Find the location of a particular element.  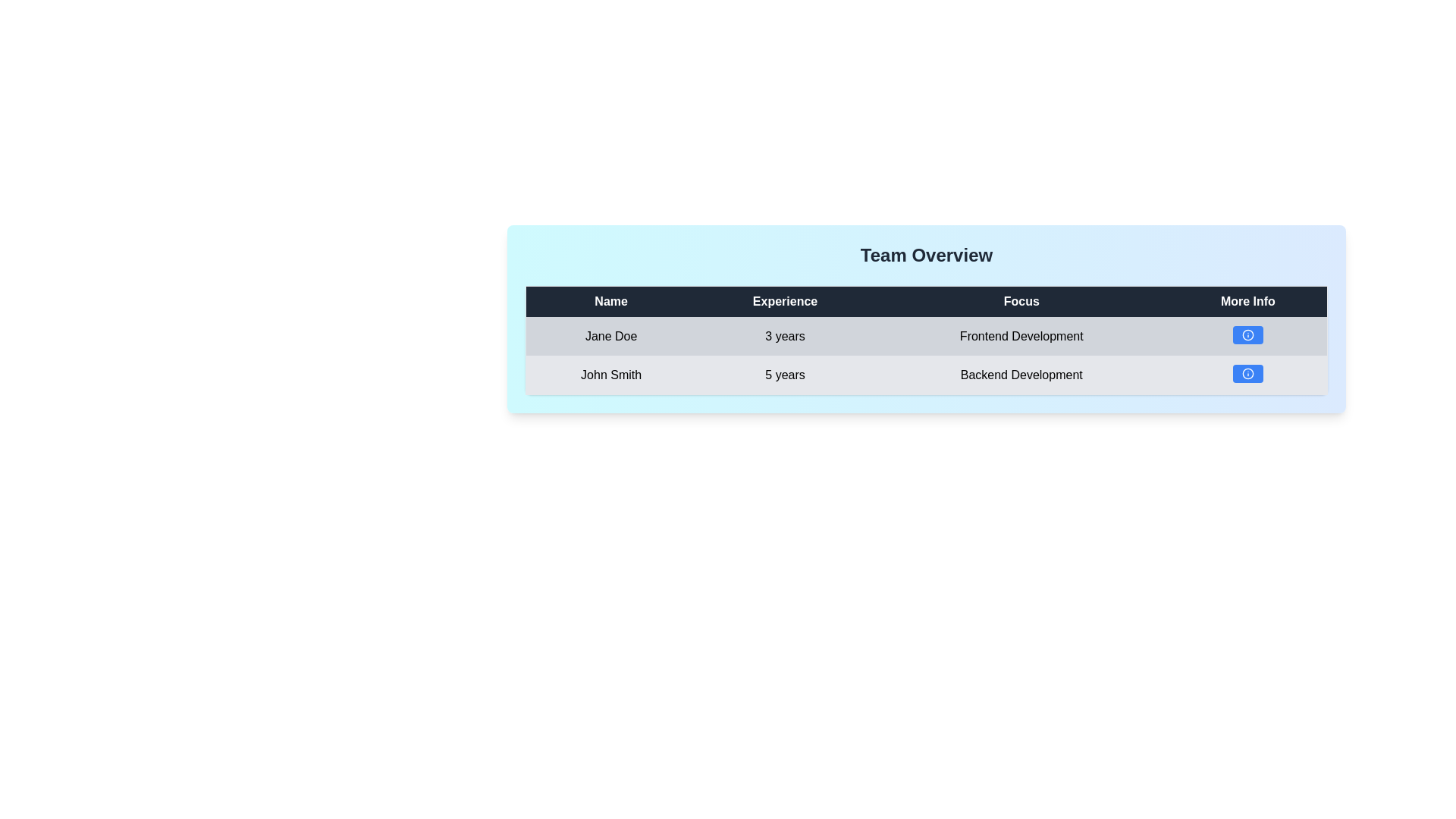

the static label text displaying 'Backend Development' in the 'Focus' column of the second row in the 'Team Overview' table is located at coordinates (1021, 375).